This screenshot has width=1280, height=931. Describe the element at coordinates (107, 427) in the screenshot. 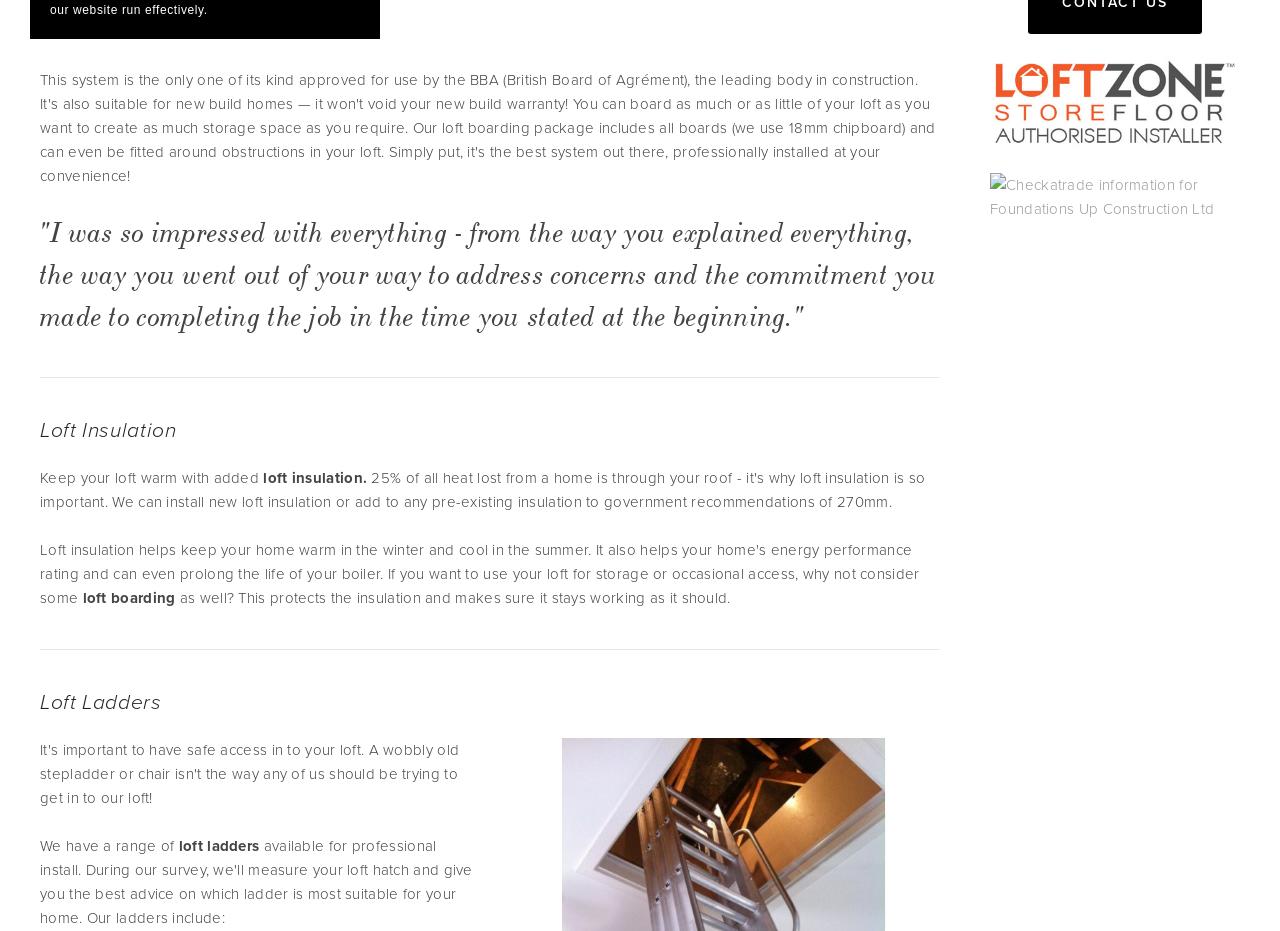

I see `'Loft Insulation'` at that location.